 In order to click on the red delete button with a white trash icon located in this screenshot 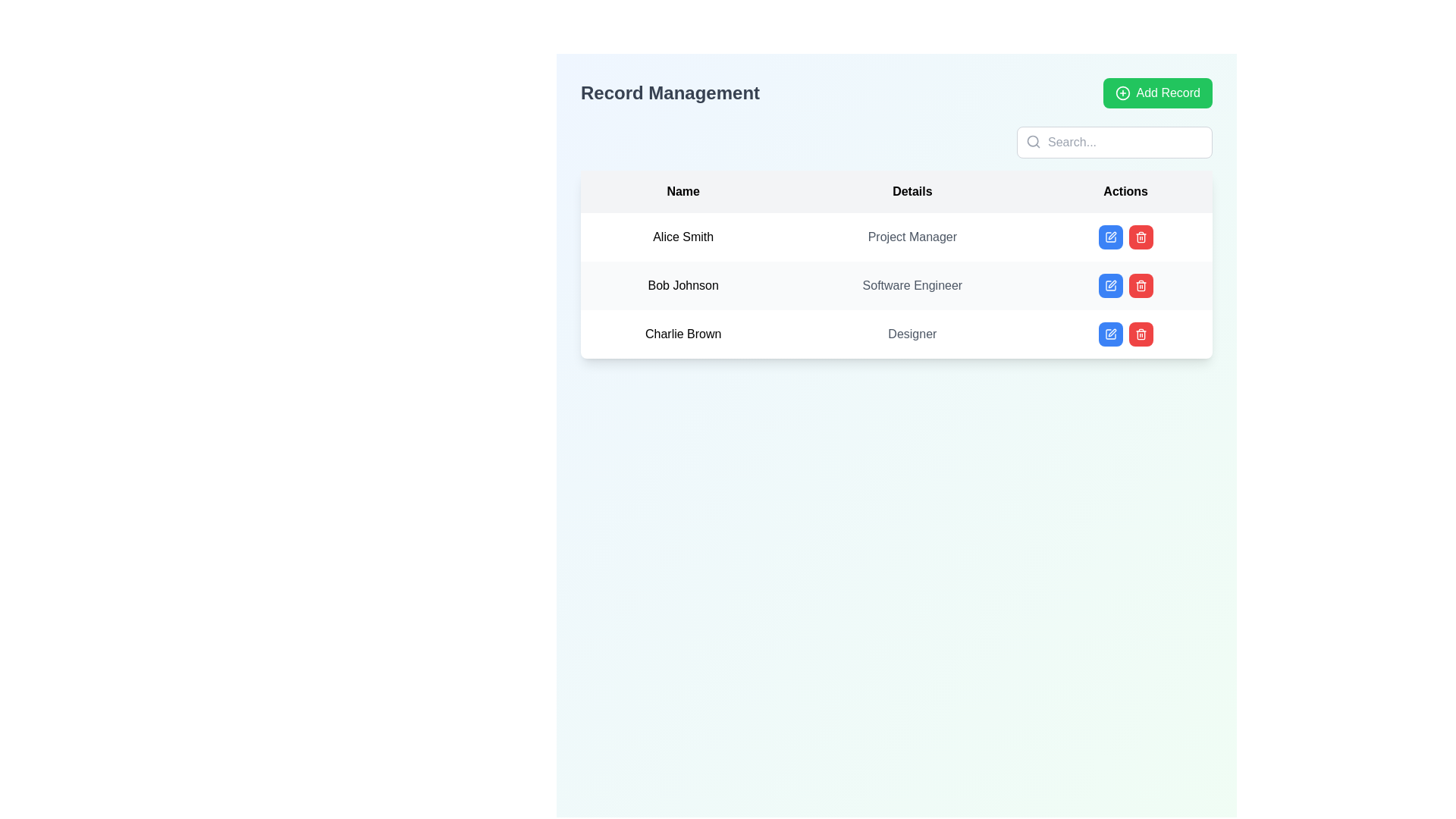, I will do `click(1141, 333)`.